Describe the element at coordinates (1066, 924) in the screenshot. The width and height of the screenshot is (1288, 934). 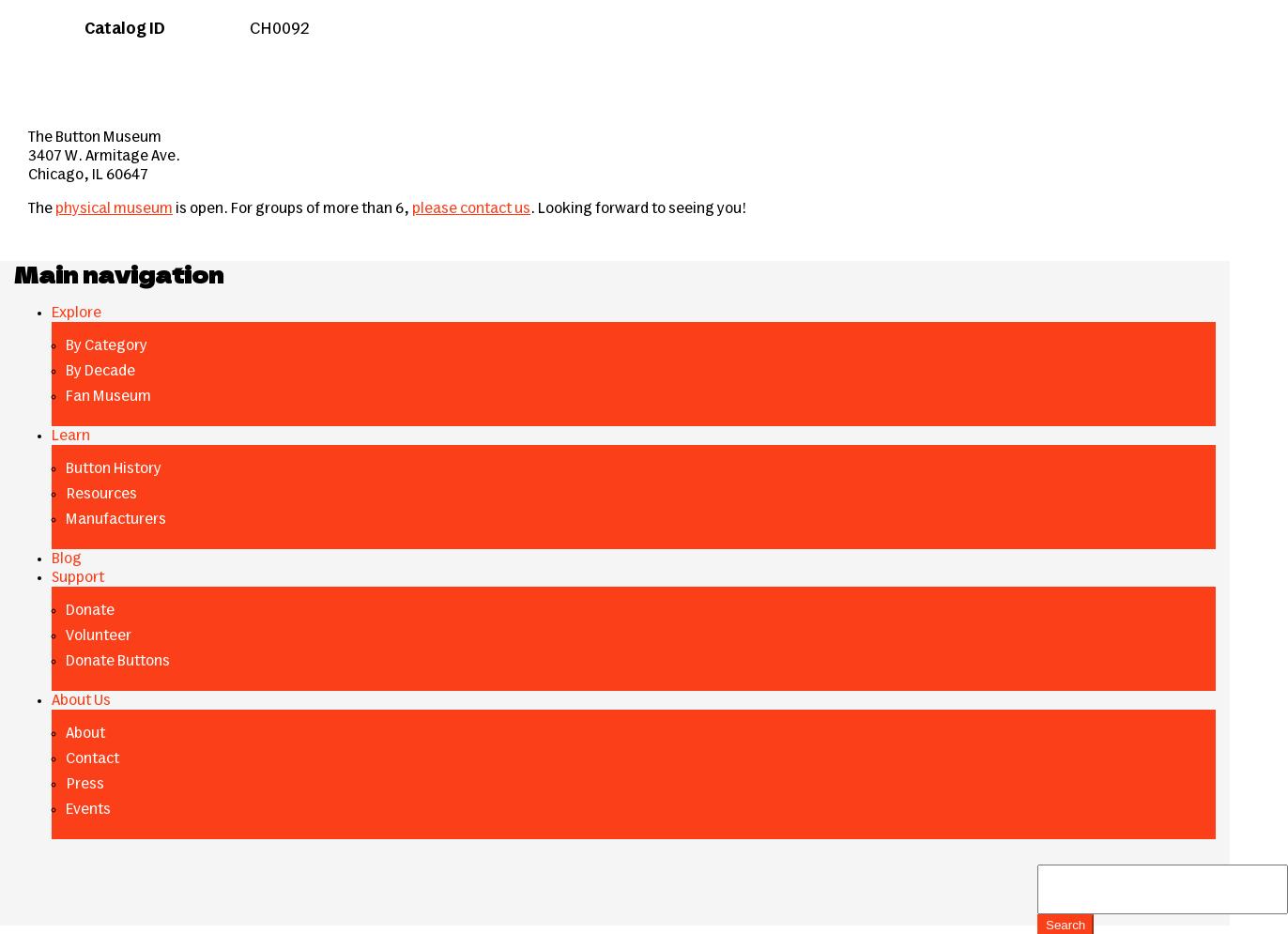
I see `'Search'` at that location.